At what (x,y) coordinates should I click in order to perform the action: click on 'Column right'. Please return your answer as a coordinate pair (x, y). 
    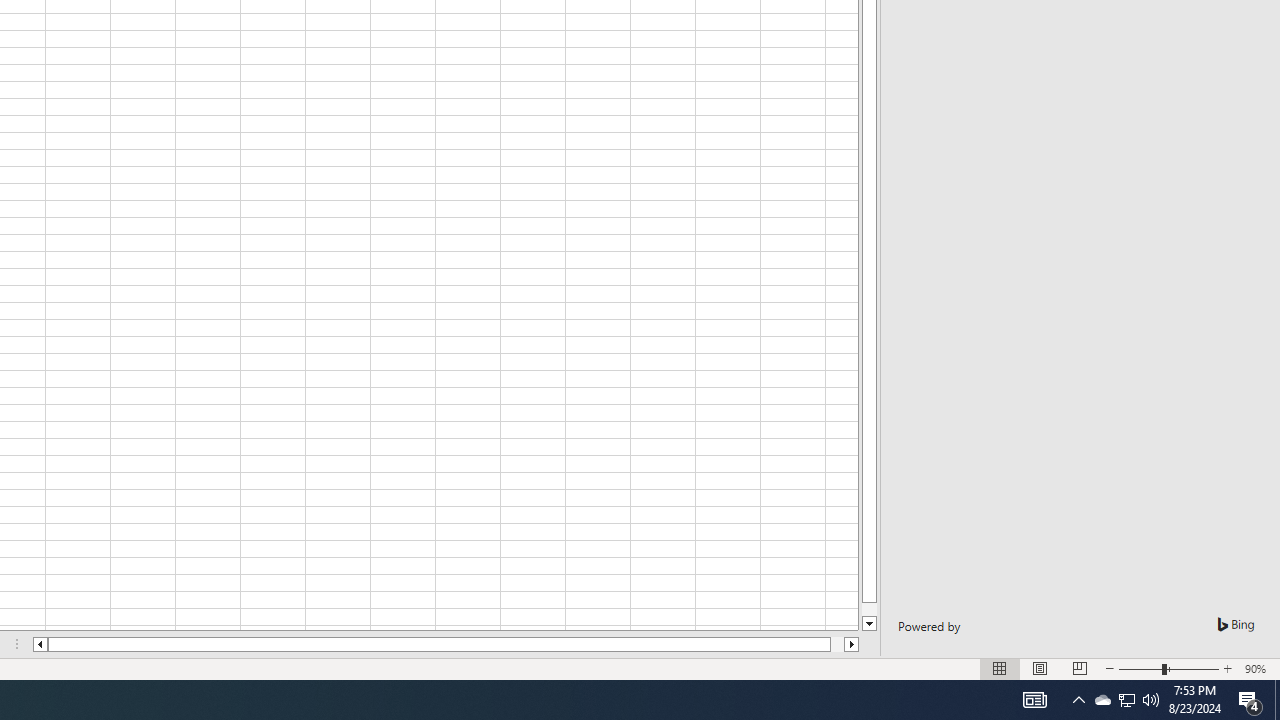
    Looking at the image, I should click on (852, 644).